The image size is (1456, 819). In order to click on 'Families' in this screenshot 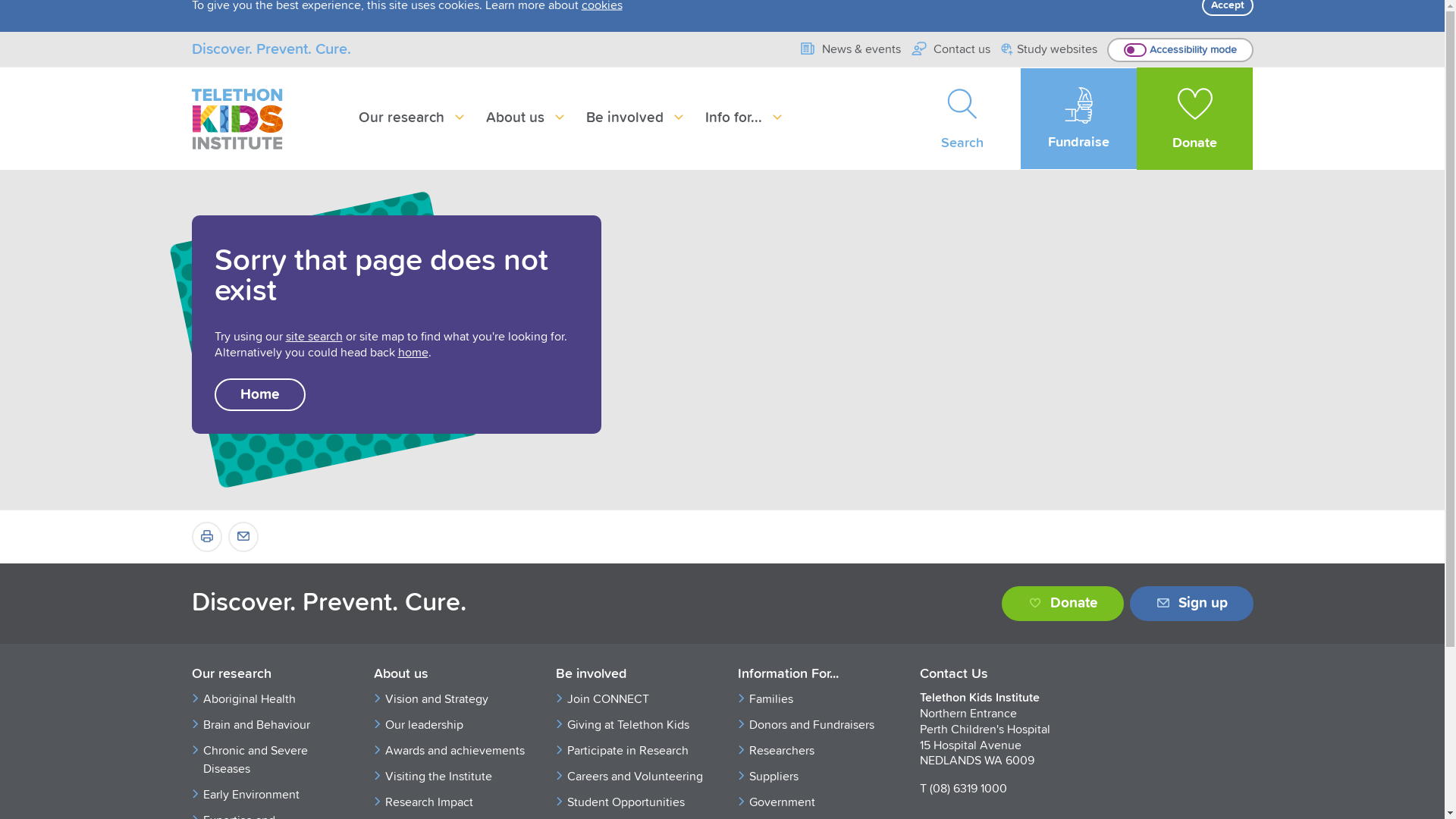, I will do `click(818, 698)`.